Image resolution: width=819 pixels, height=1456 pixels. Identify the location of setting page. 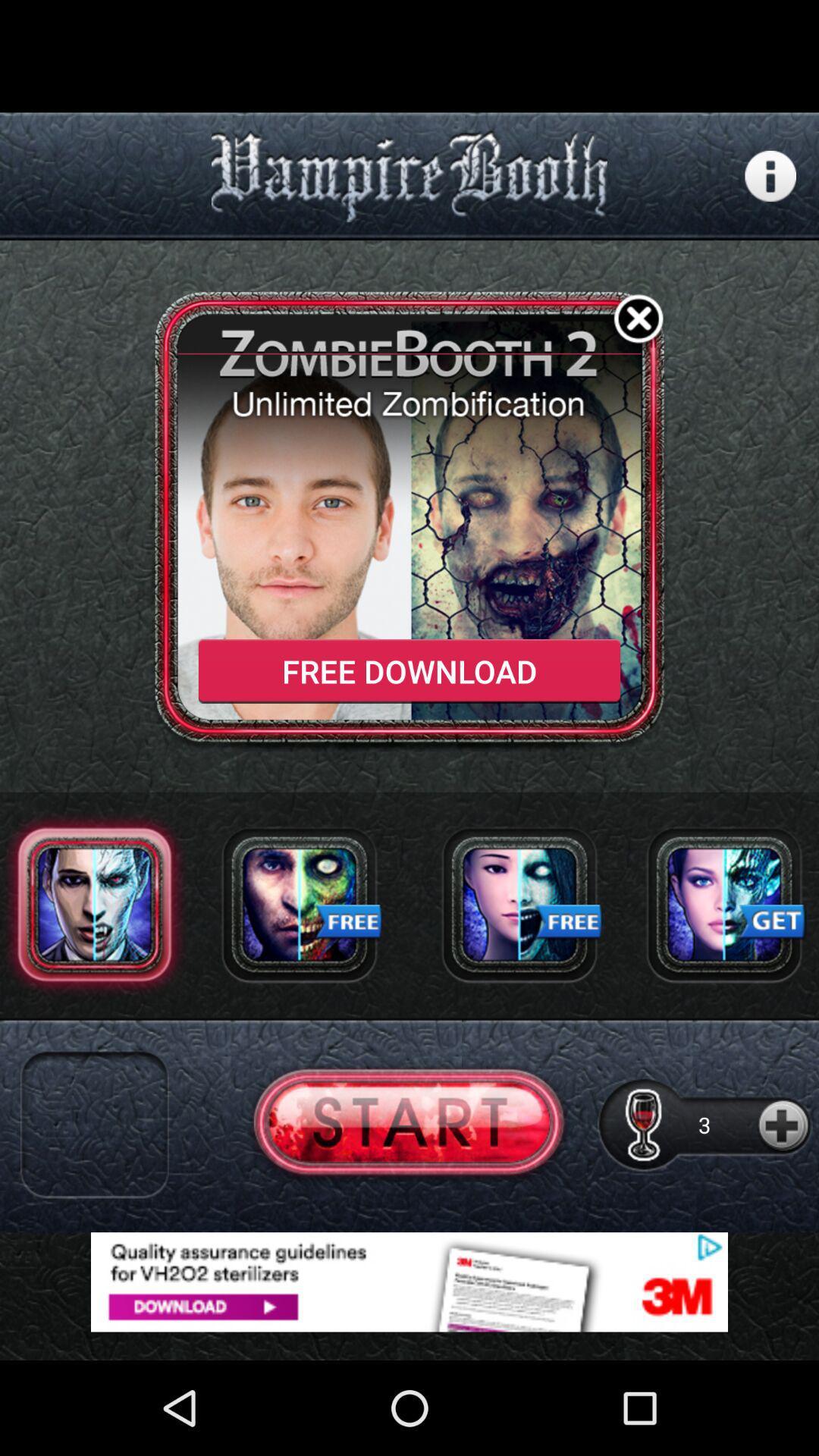
(770, 176).